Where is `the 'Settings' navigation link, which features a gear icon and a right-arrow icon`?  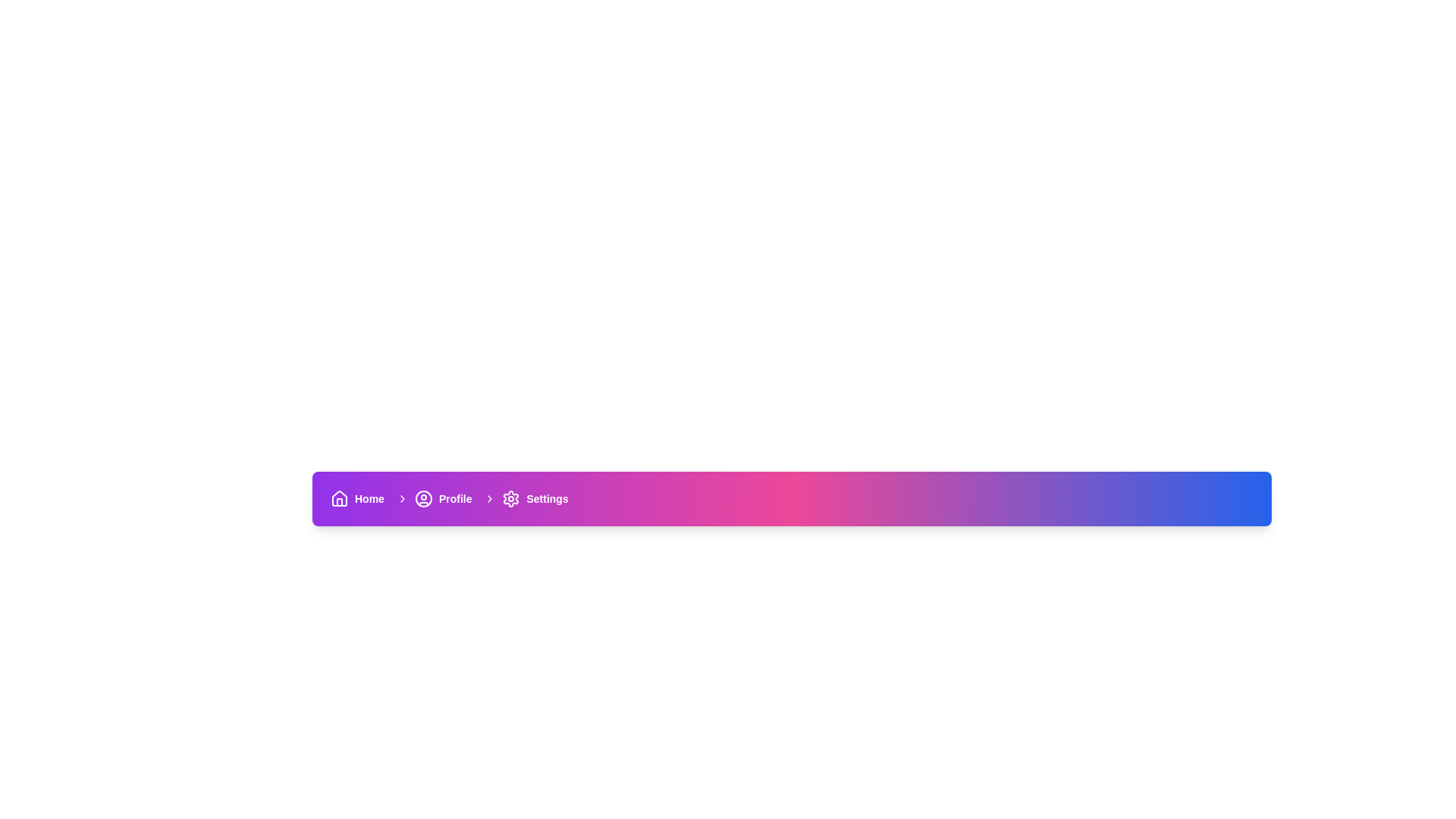
the 'Settings' navigation link, which features a gear icon and a right-arrow icon is located at coordinates (526, 499).